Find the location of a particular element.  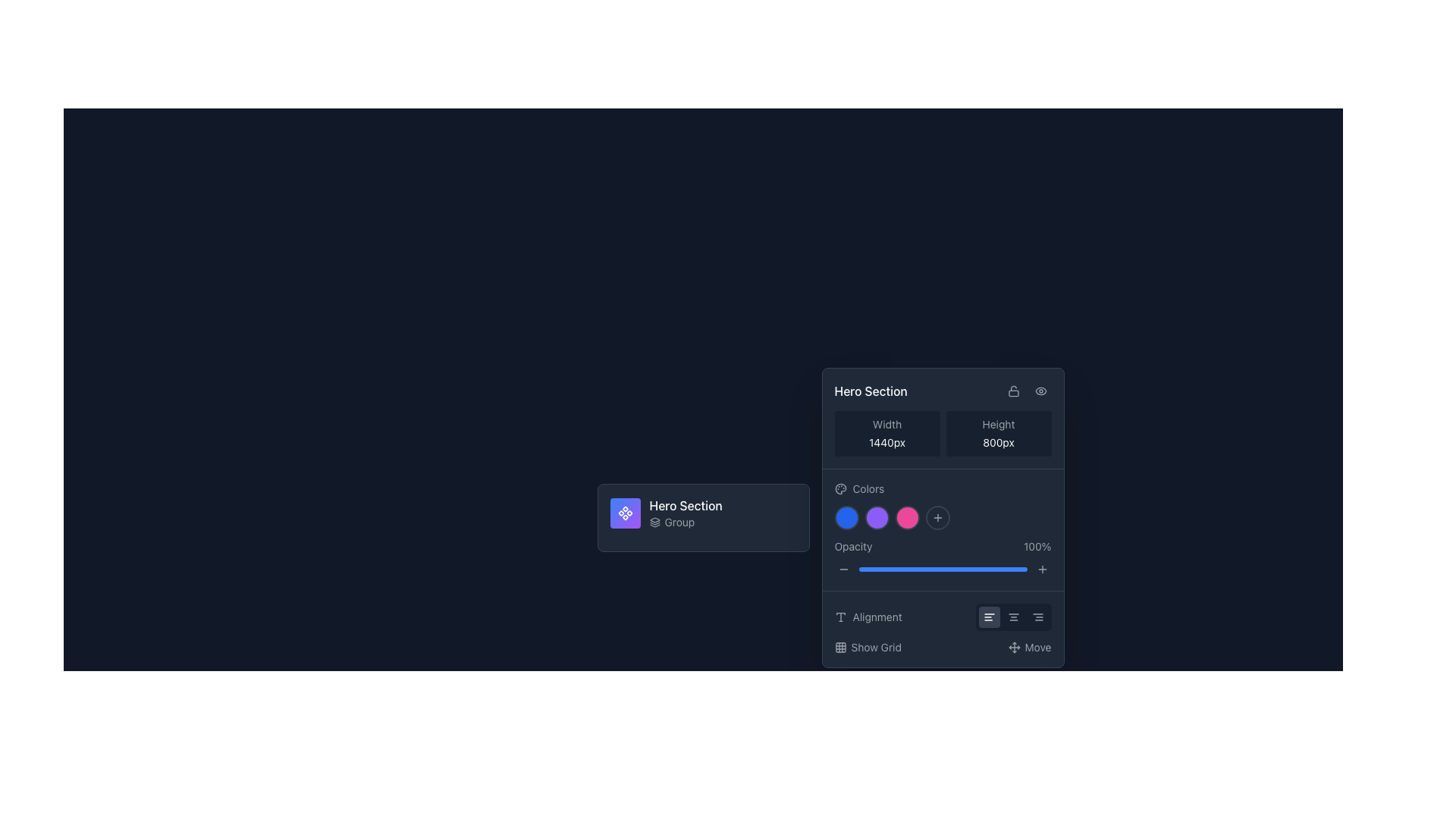

the fourth button in the horizontal arrangement under the 'Colors' section is located at coordinates (942, 516).